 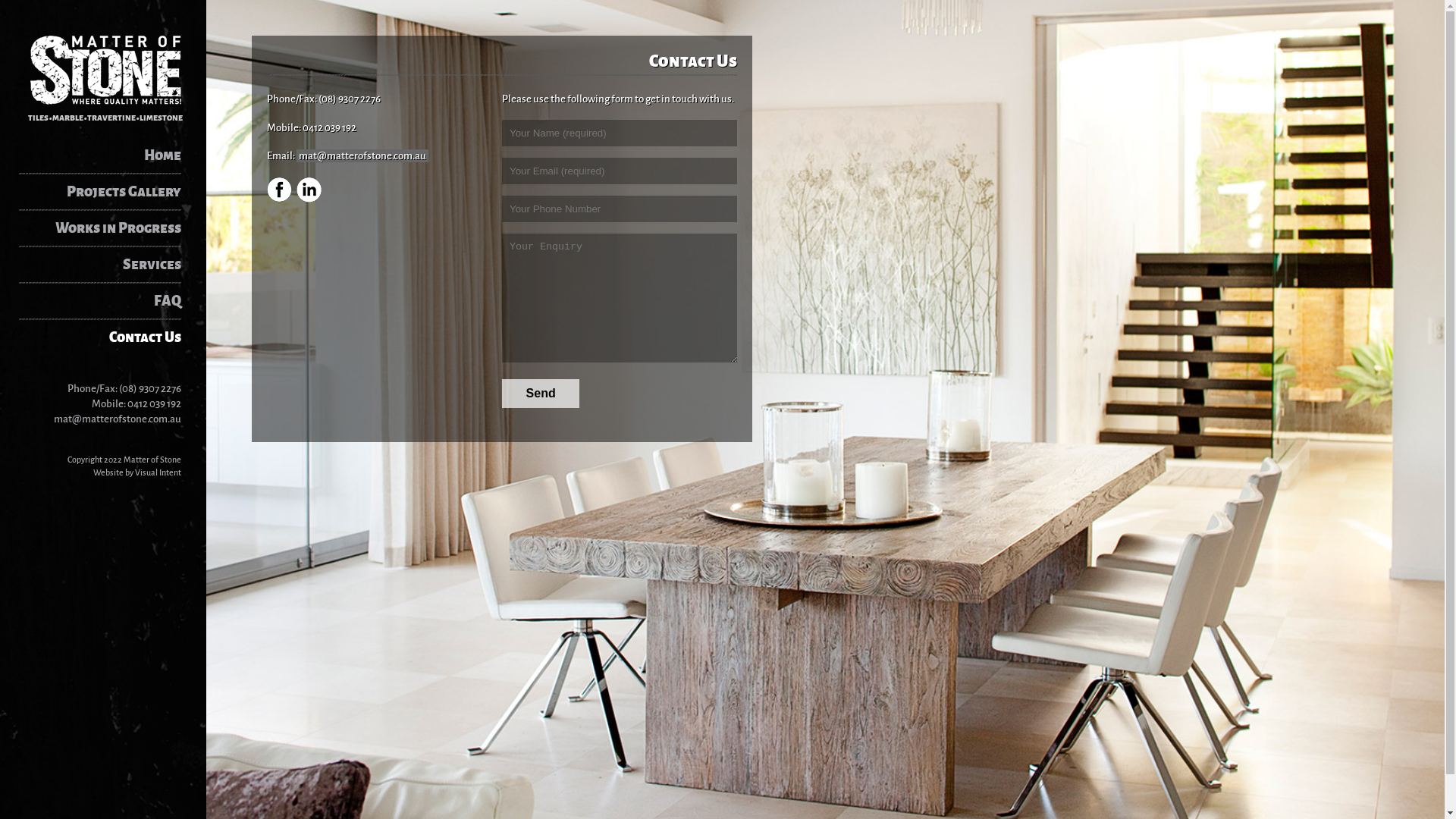 What do you see at coordinates (108, 191) in the screenshot?
I see `'Projects Gallery'` at bounding box center [108, 191].